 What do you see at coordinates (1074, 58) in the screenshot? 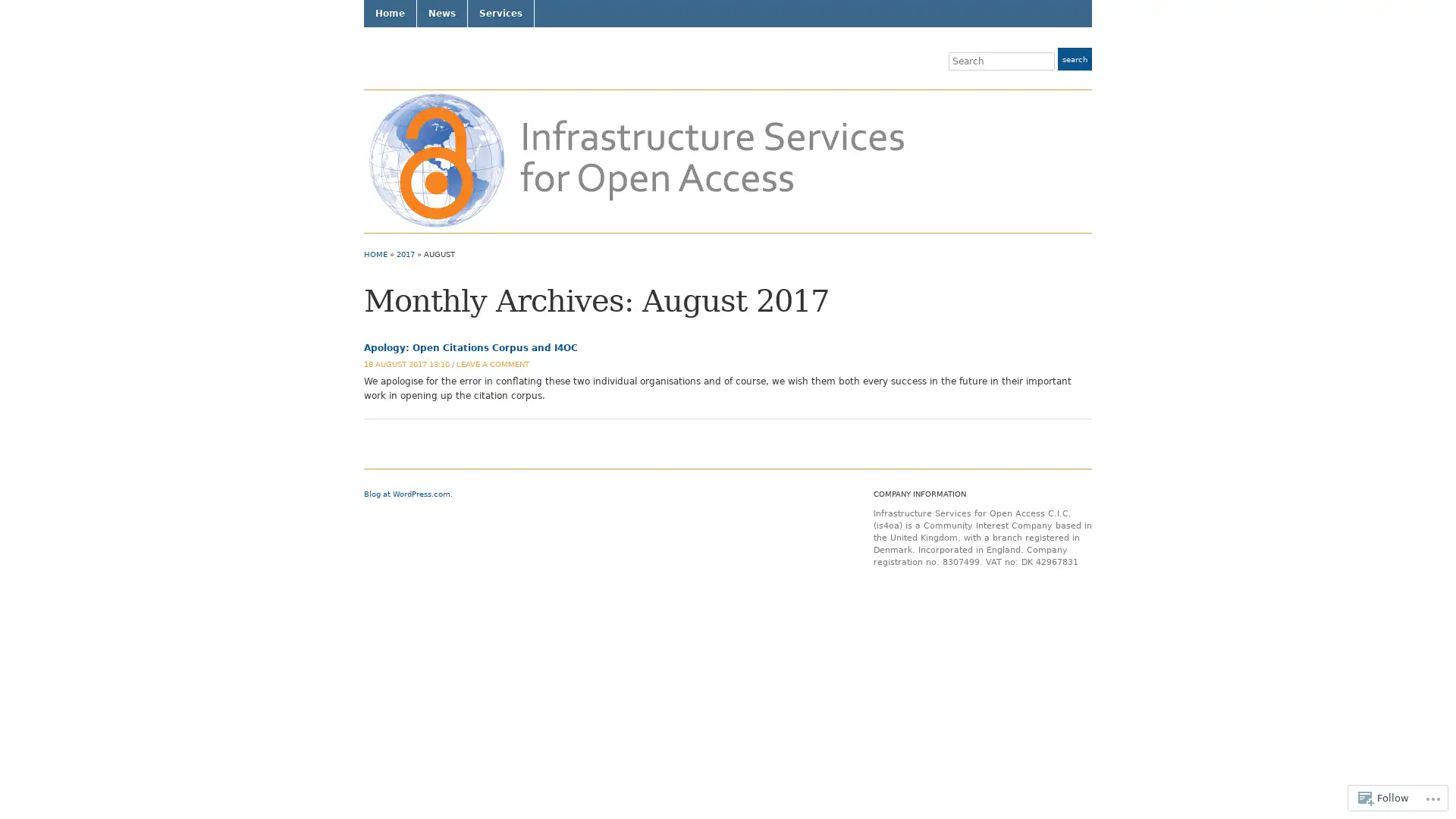
I see `search` at bounding box center [1074, 58].